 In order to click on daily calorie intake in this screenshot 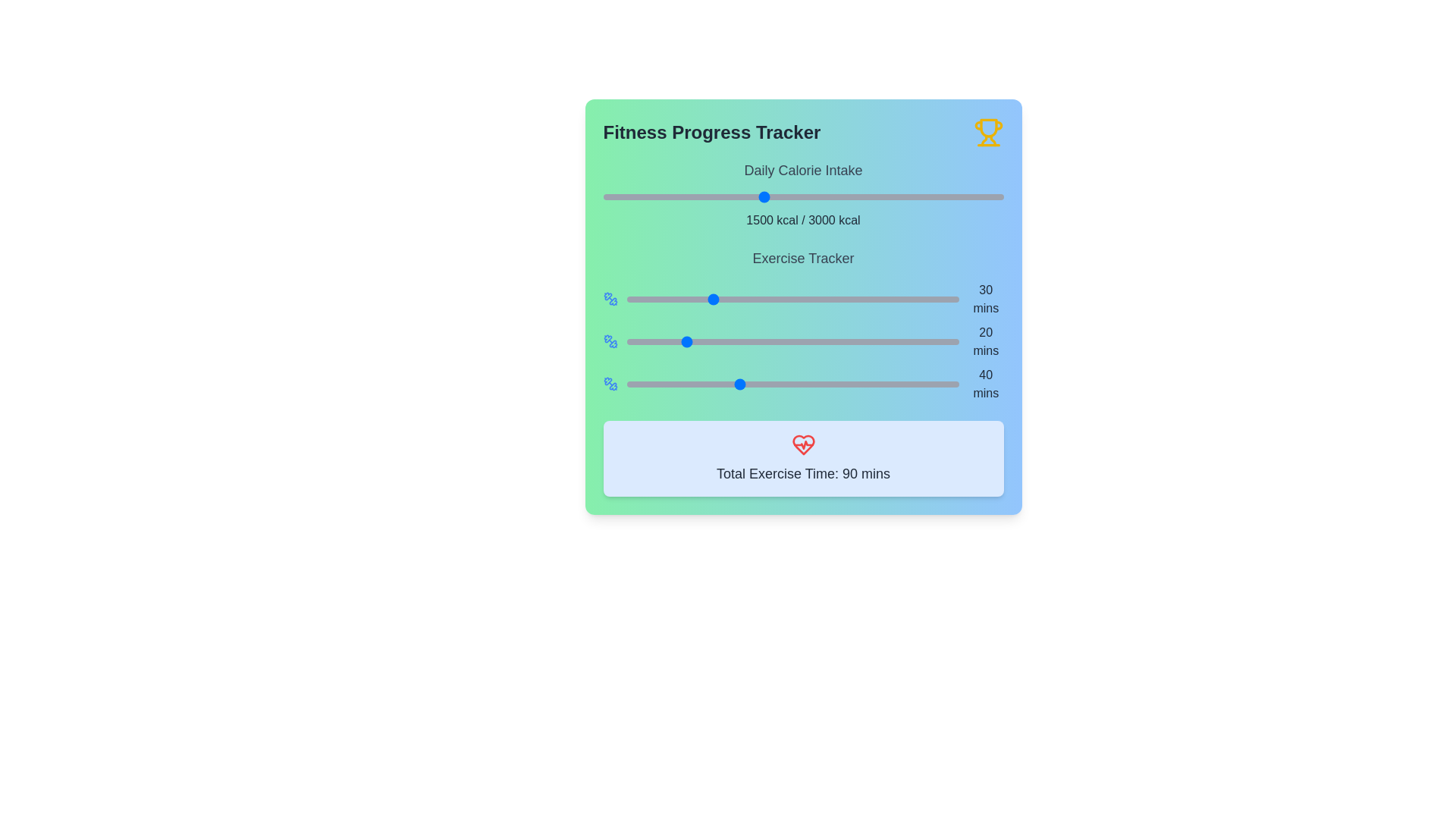, I will do `click(802, 196)`.